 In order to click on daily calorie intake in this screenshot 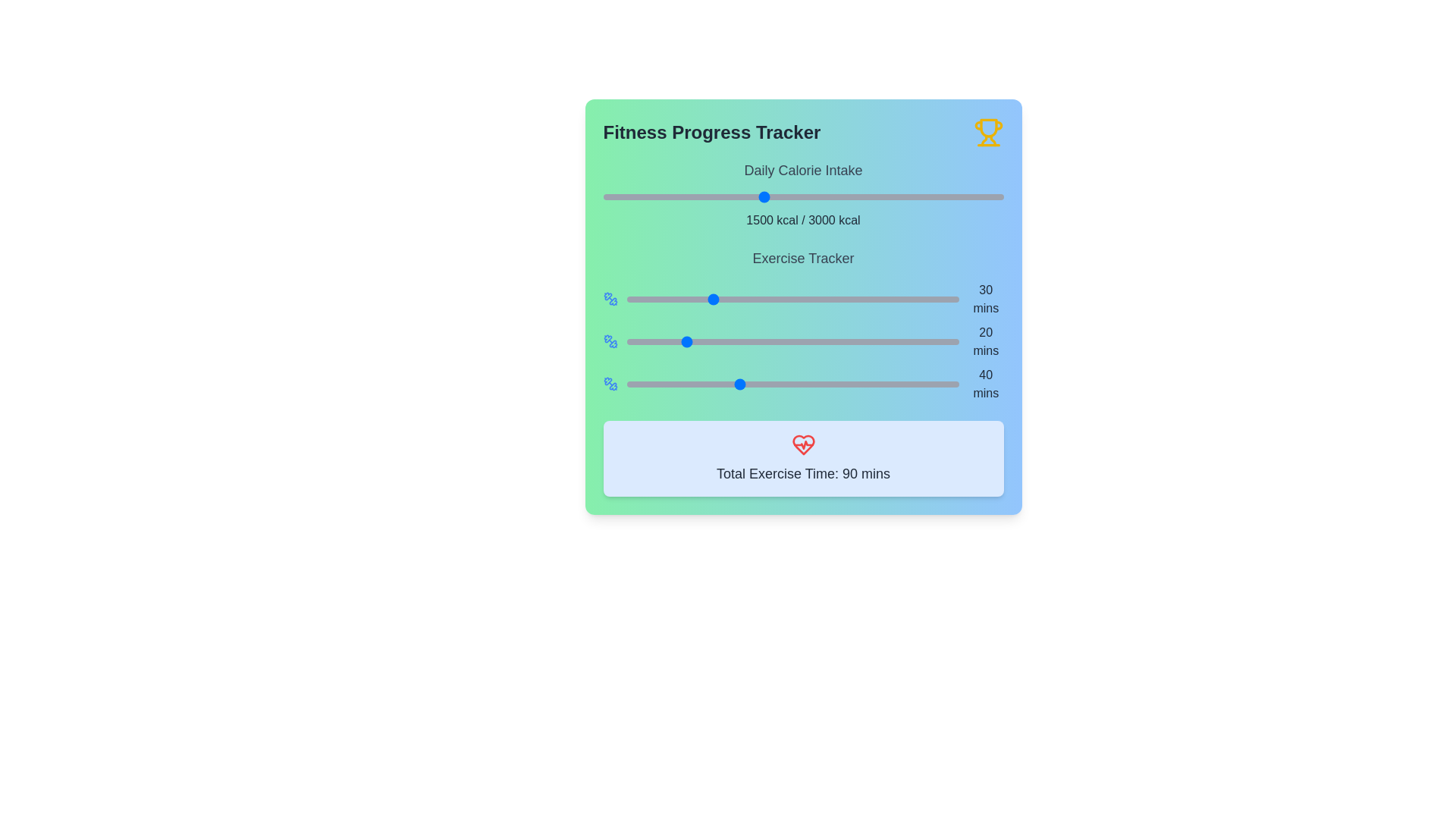, I will do `click(802, 196)`.